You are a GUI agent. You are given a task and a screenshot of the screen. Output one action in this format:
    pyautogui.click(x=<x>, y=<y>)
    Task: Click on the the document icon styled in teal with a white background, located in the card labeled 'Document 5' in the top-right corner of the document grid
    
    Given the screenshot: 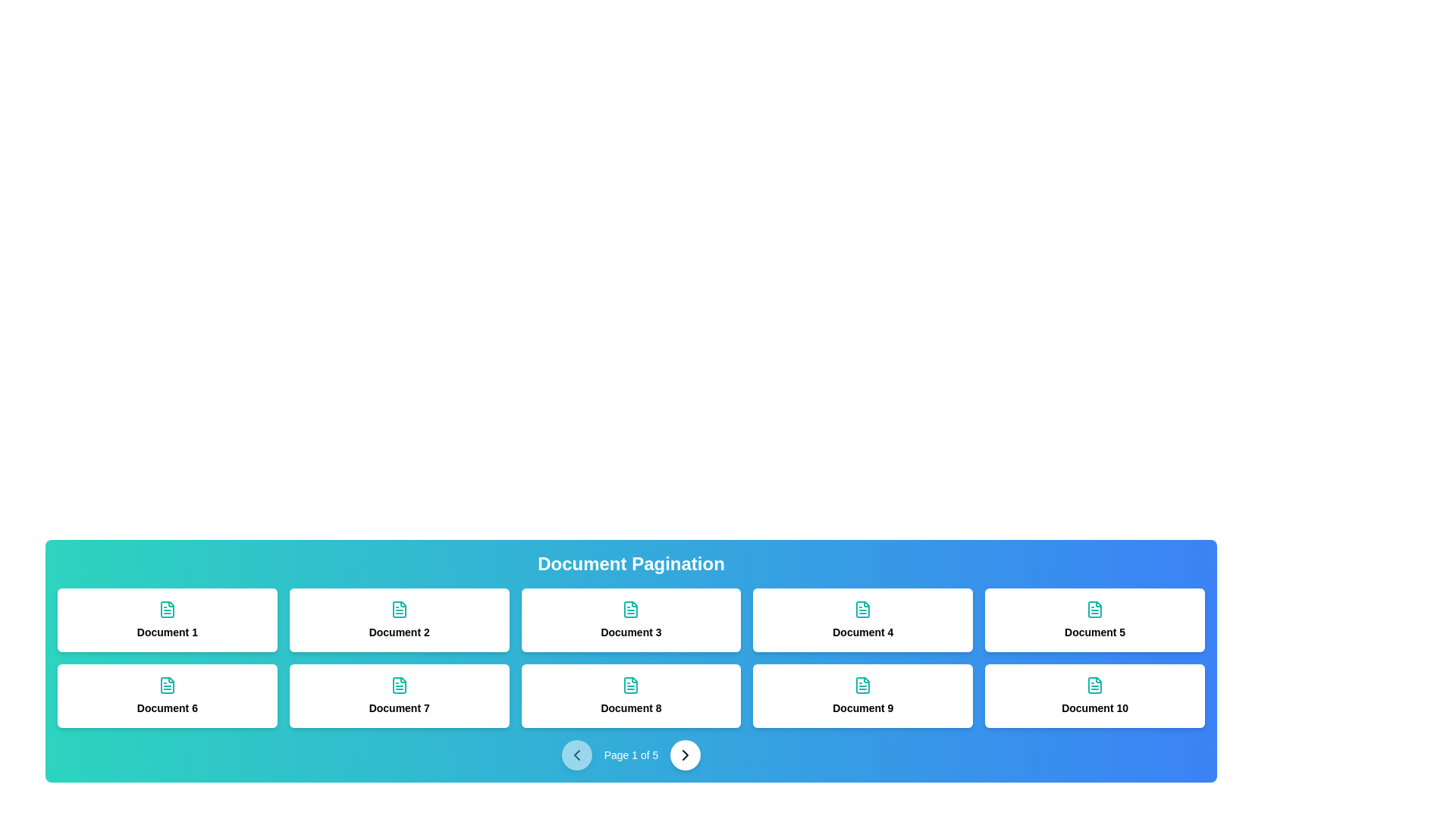 What is the action you would take?
    pyautogui.click(x=1095, y=608)
    